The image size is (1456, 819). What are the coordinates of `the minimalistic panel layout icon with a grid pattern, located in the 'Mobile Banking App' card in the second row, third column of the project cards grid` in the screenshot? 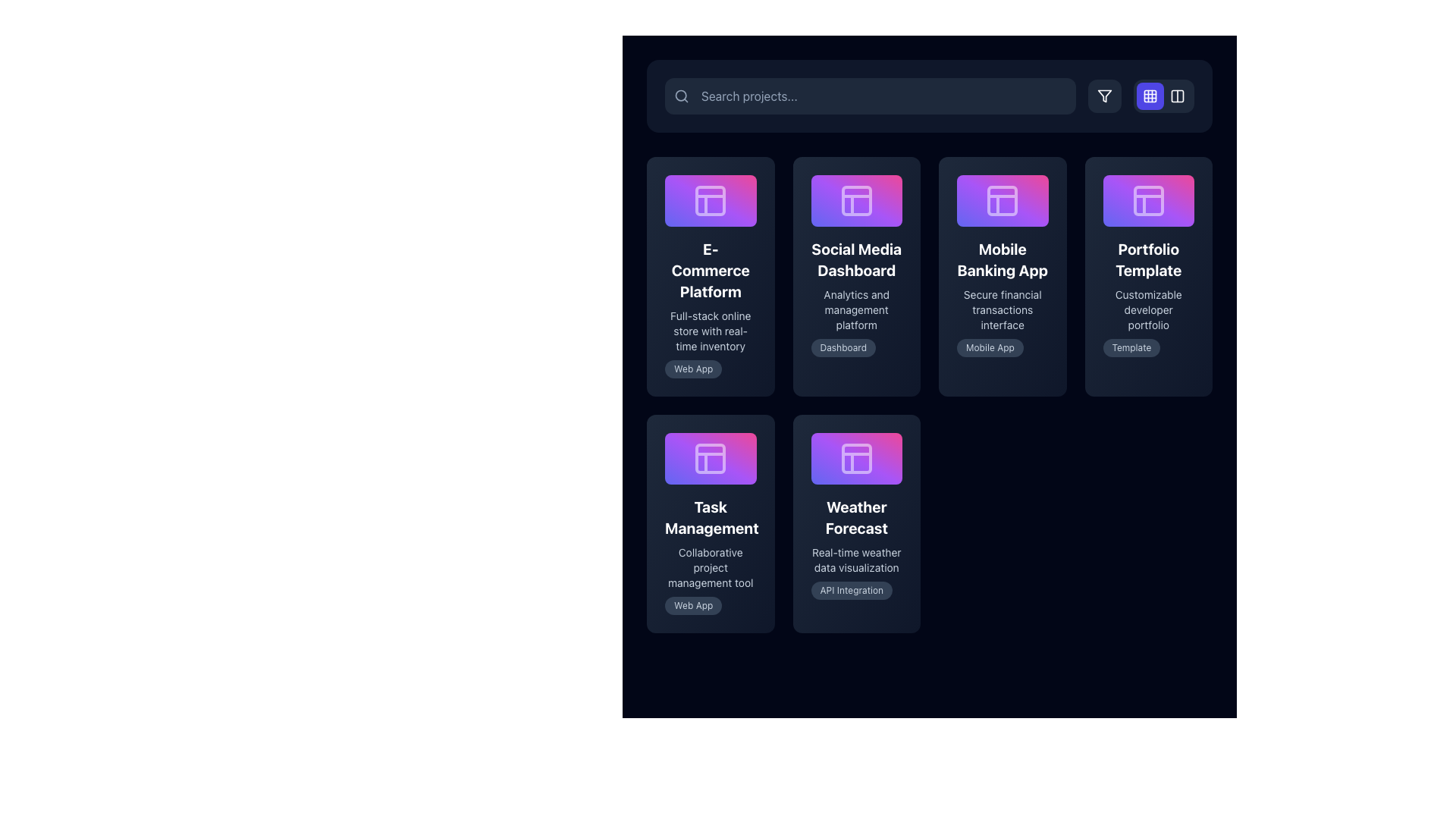 It's located at (1003, 199).